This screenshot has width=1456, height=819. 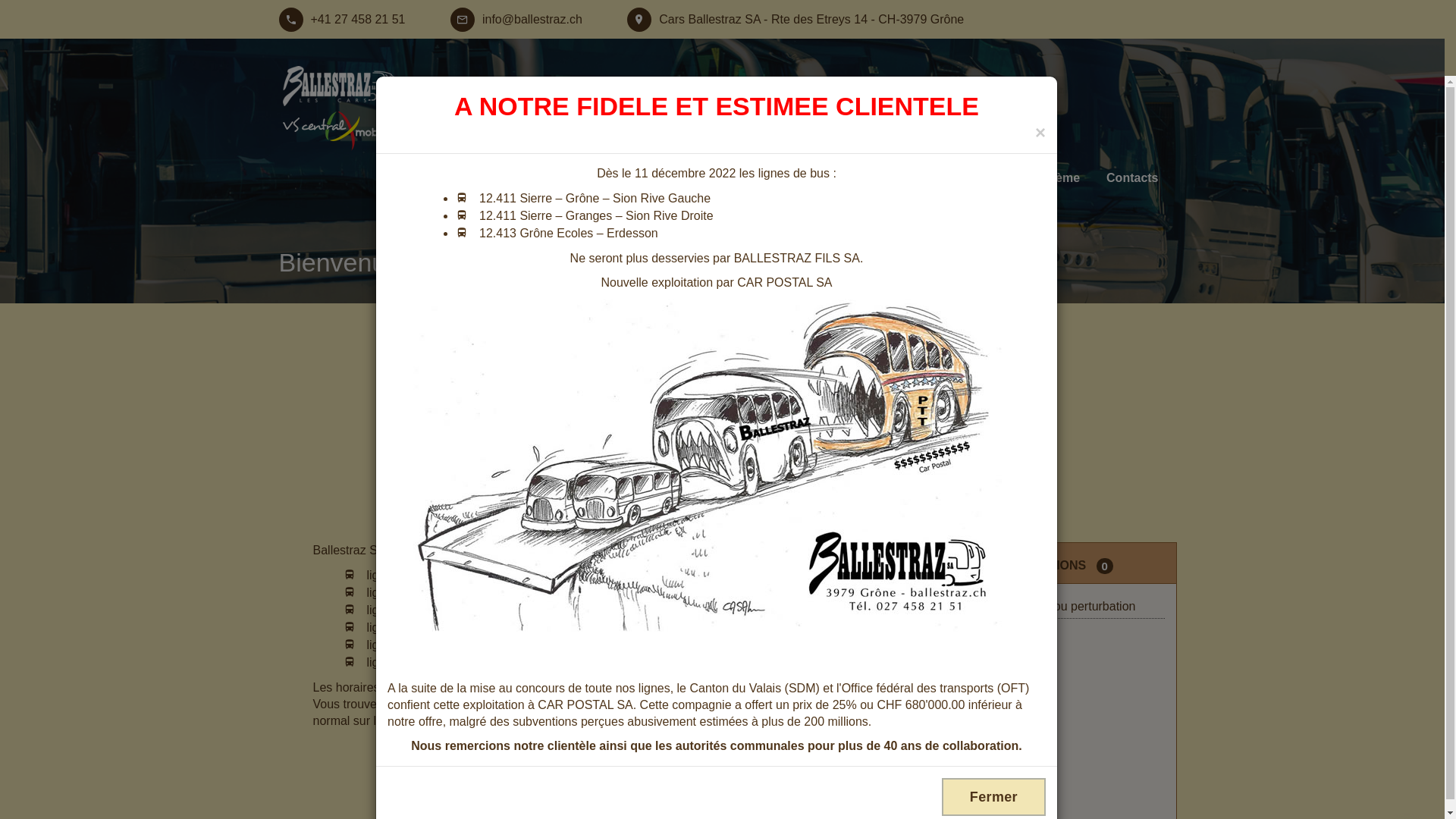 I want to click on 'Contacts', so click(x=1131, y=177).